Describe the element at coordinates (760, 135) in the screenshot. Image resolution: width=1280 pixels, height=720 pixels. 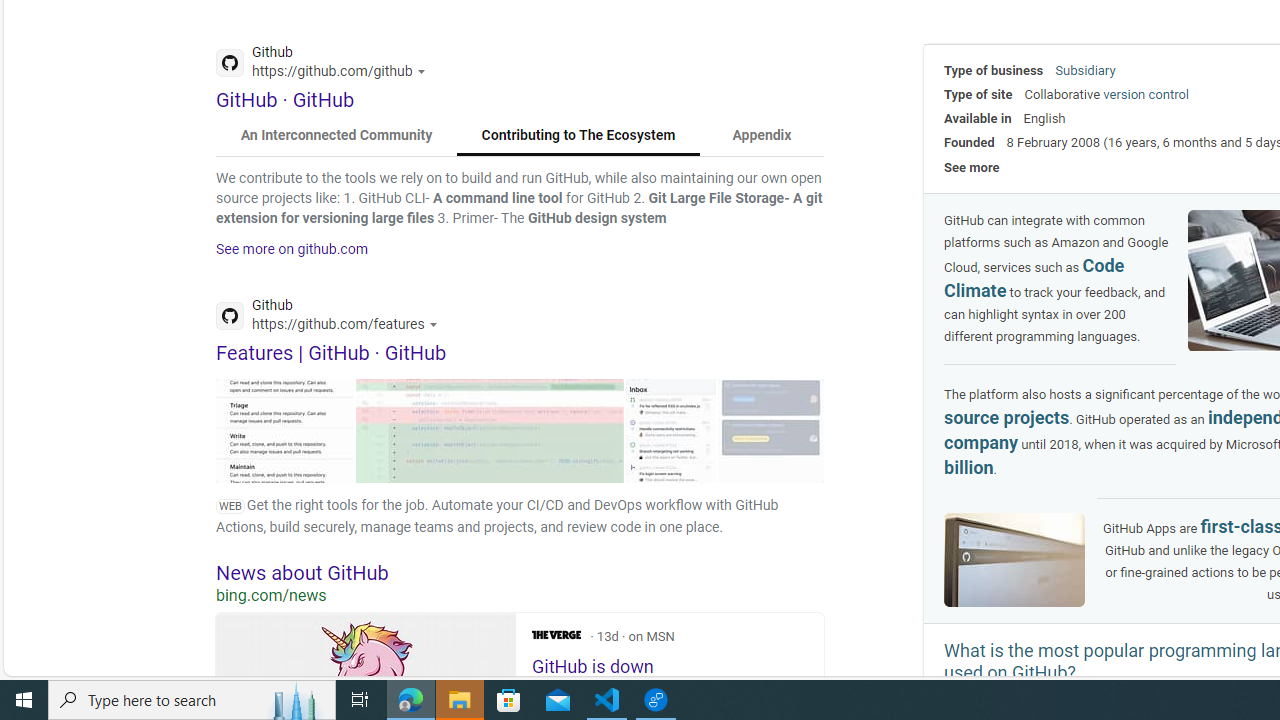
I see `'Appendix'` at that location.